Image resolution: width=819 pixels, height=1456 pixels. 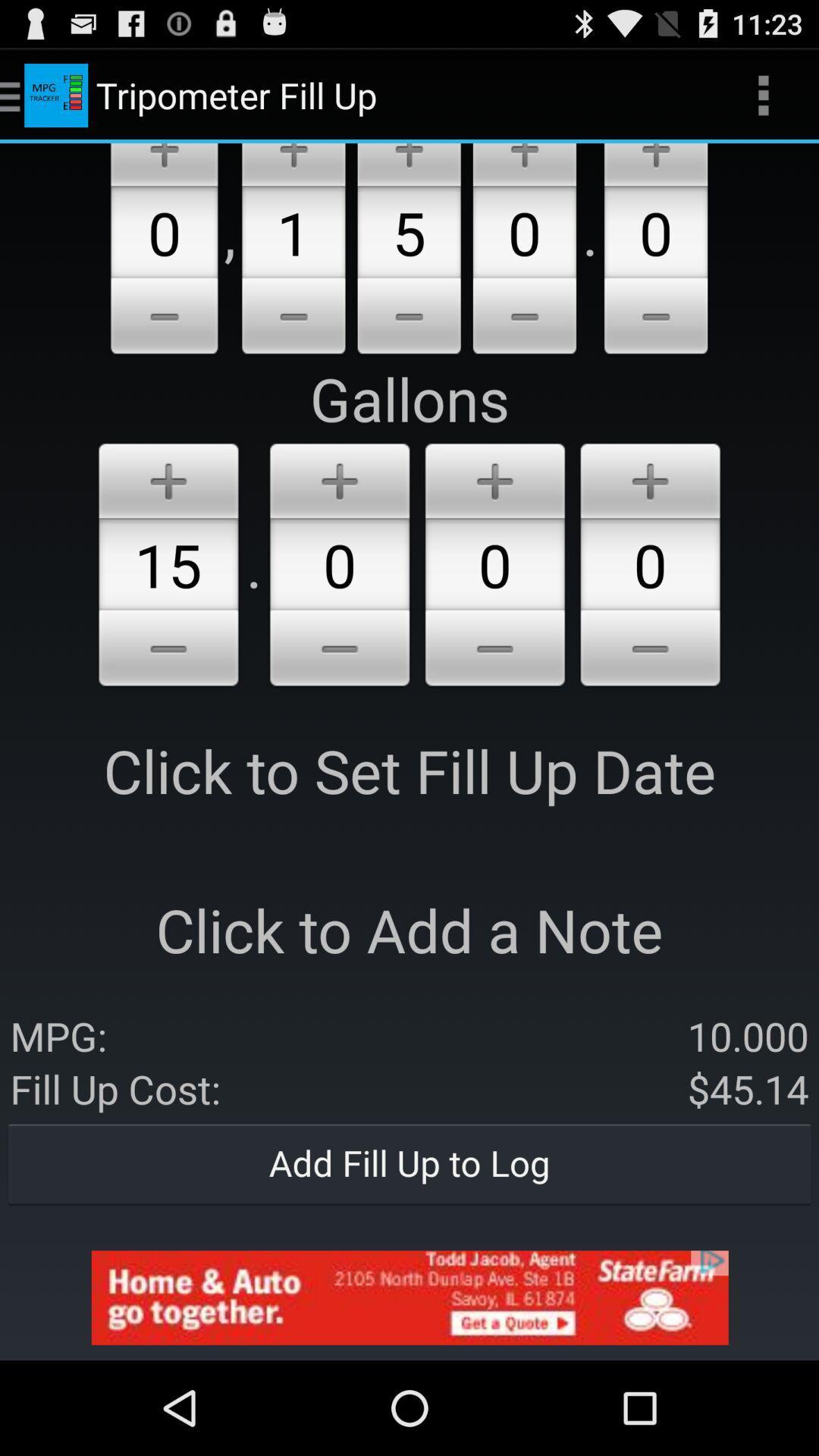 I want to click on increase by one, so click(x=523, y=165).